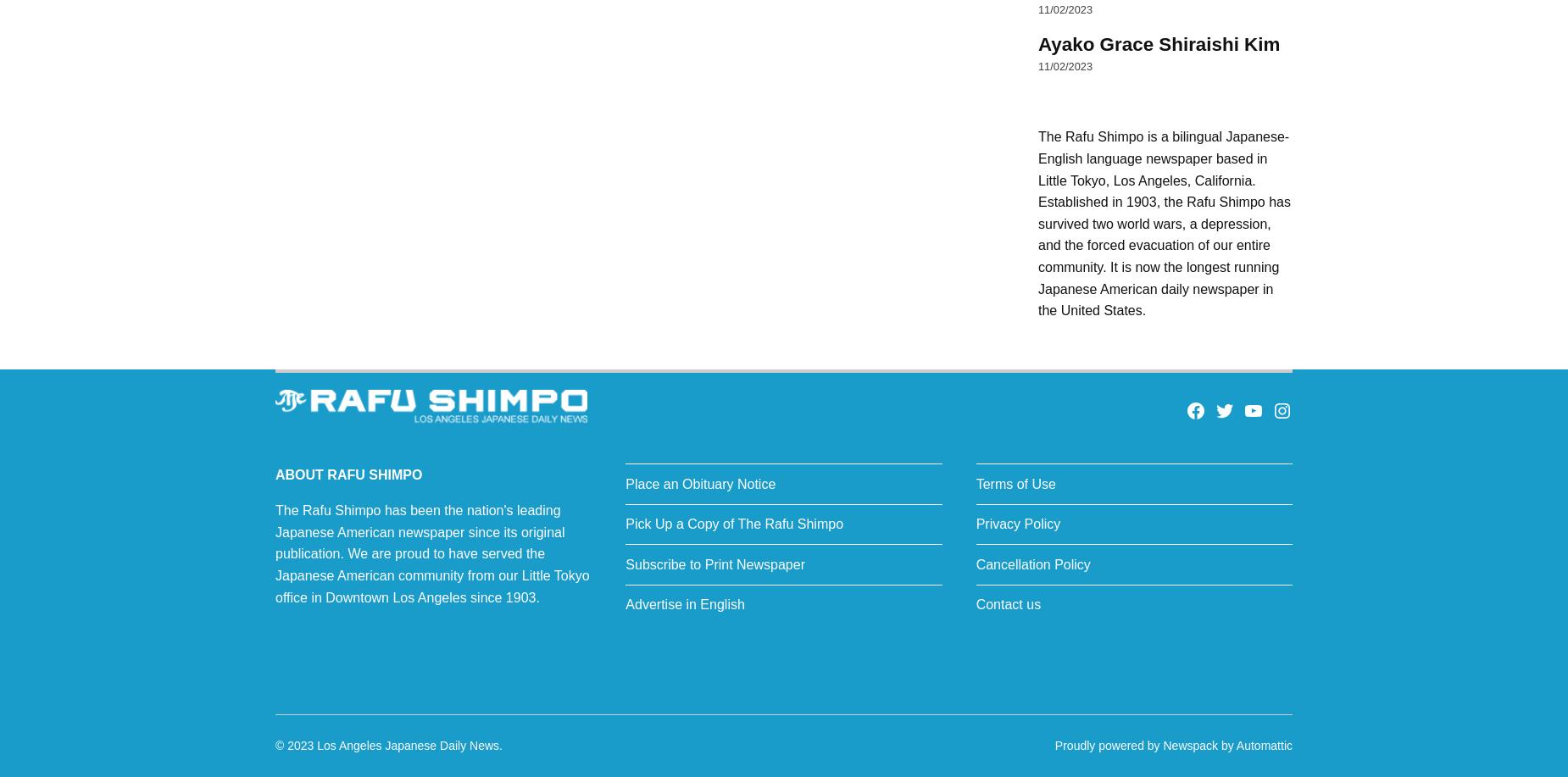 The width and height of the screenshot is (1568, 777). I want to click on 'Place an Obituary Notice', so click(700, 483).